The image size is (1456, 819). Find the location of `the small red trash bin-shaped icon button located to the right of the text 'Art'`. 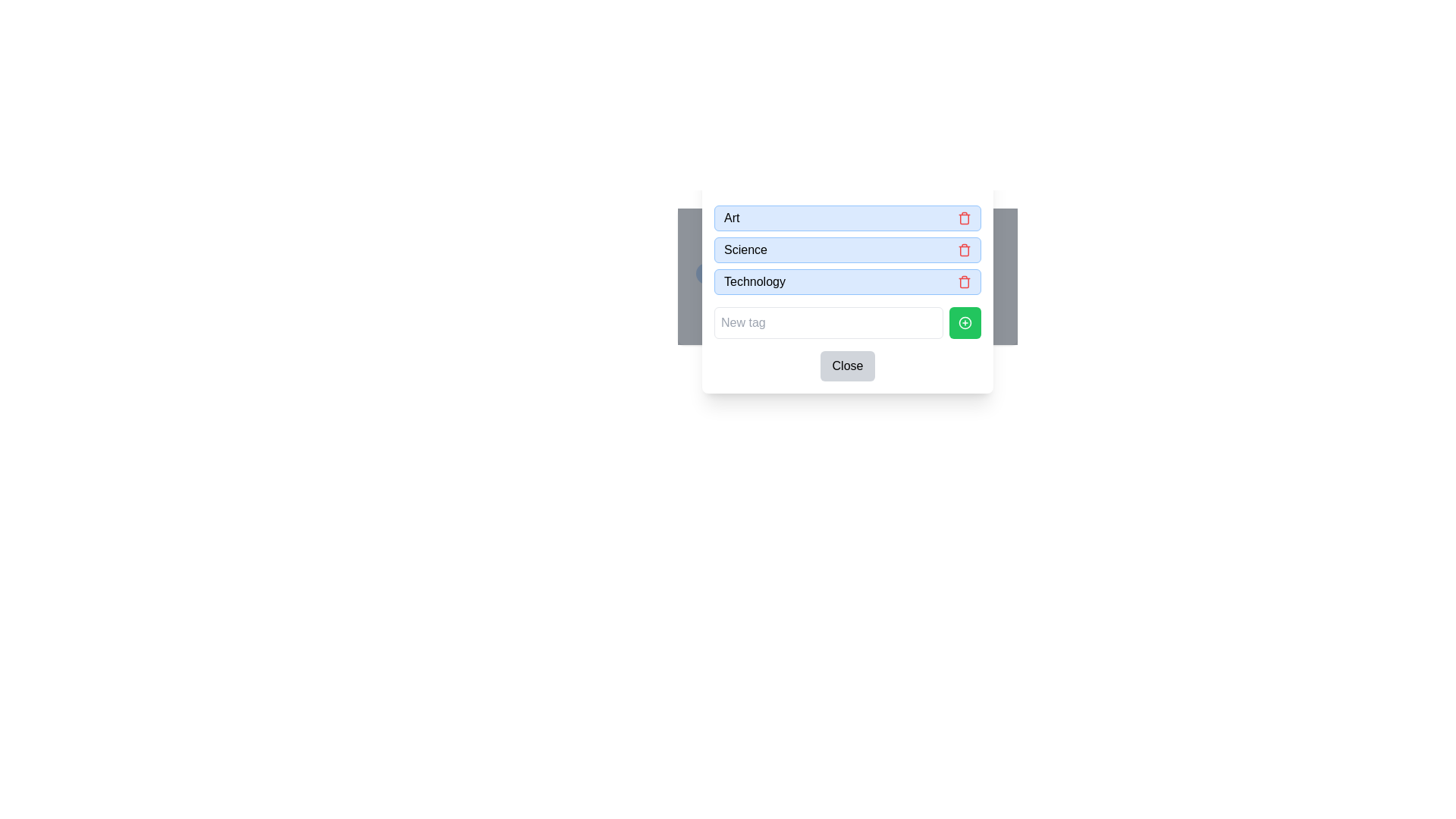

the small red trash bin-shaped icon button located to the right of the text 'Art' is located at coordinates (964, 218).